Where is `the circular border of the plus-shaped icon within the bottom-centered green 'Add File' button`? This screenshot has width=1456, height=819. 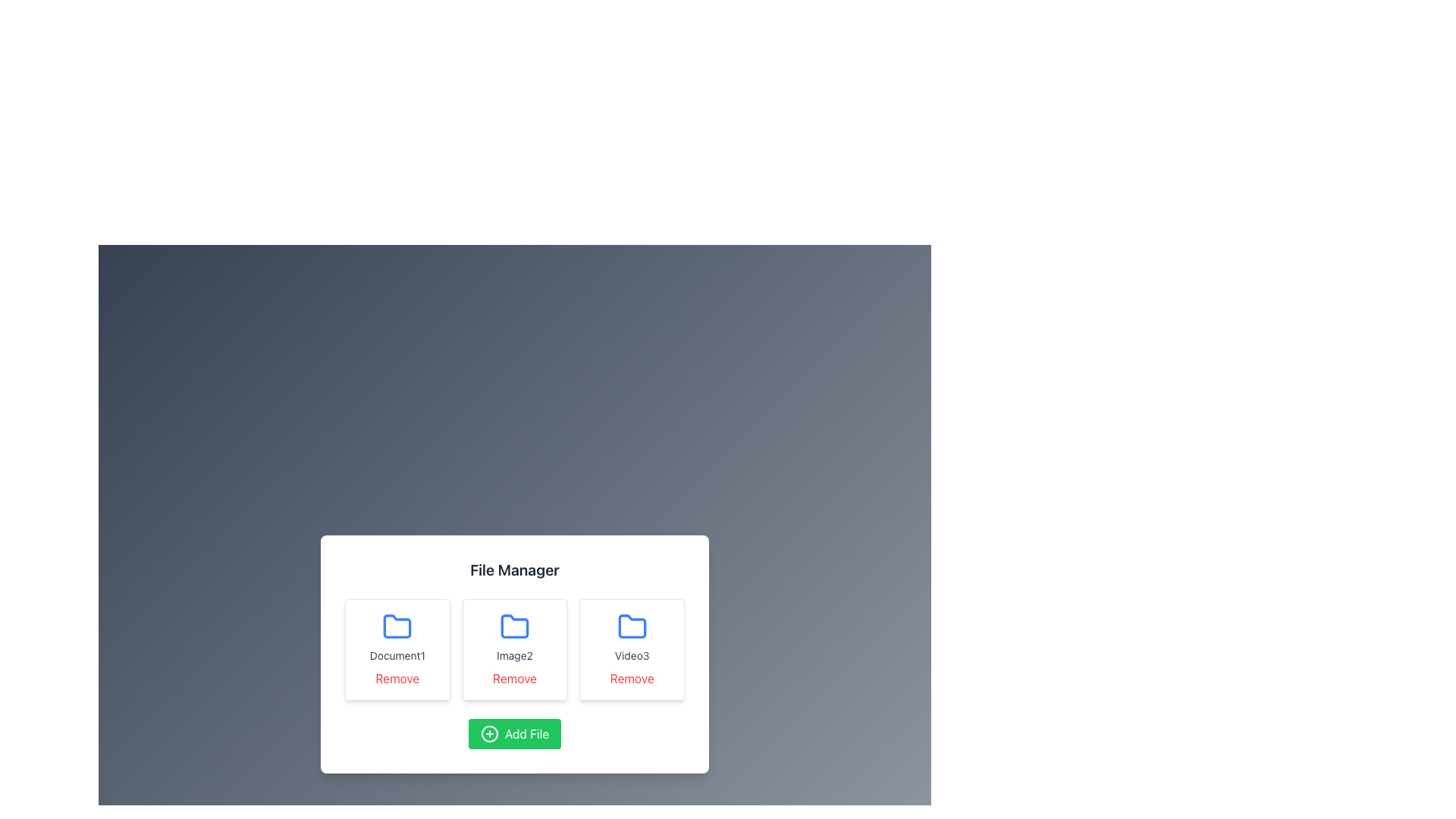 the circular border of the plus-shaped icon within the bottom-centered green 'Add File' button is located at coordinates (489, 733).